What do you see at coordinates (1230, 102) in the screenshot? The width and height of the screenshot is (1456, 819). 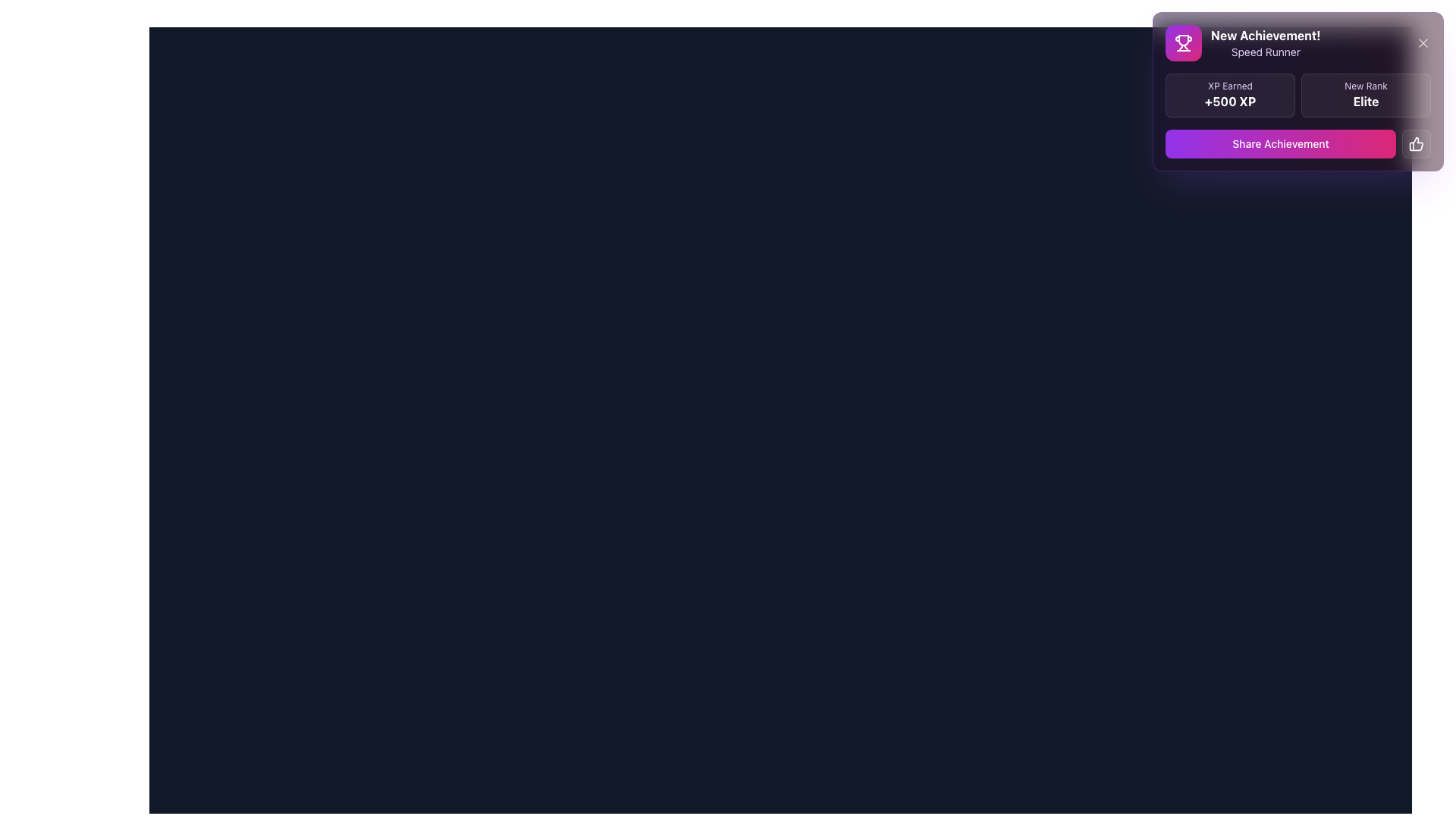 I see `the text label displaying '+500 XP' in bold white font, located in the upper right corner of the interface within the pop-up box` at bounding box center [1230, 102].